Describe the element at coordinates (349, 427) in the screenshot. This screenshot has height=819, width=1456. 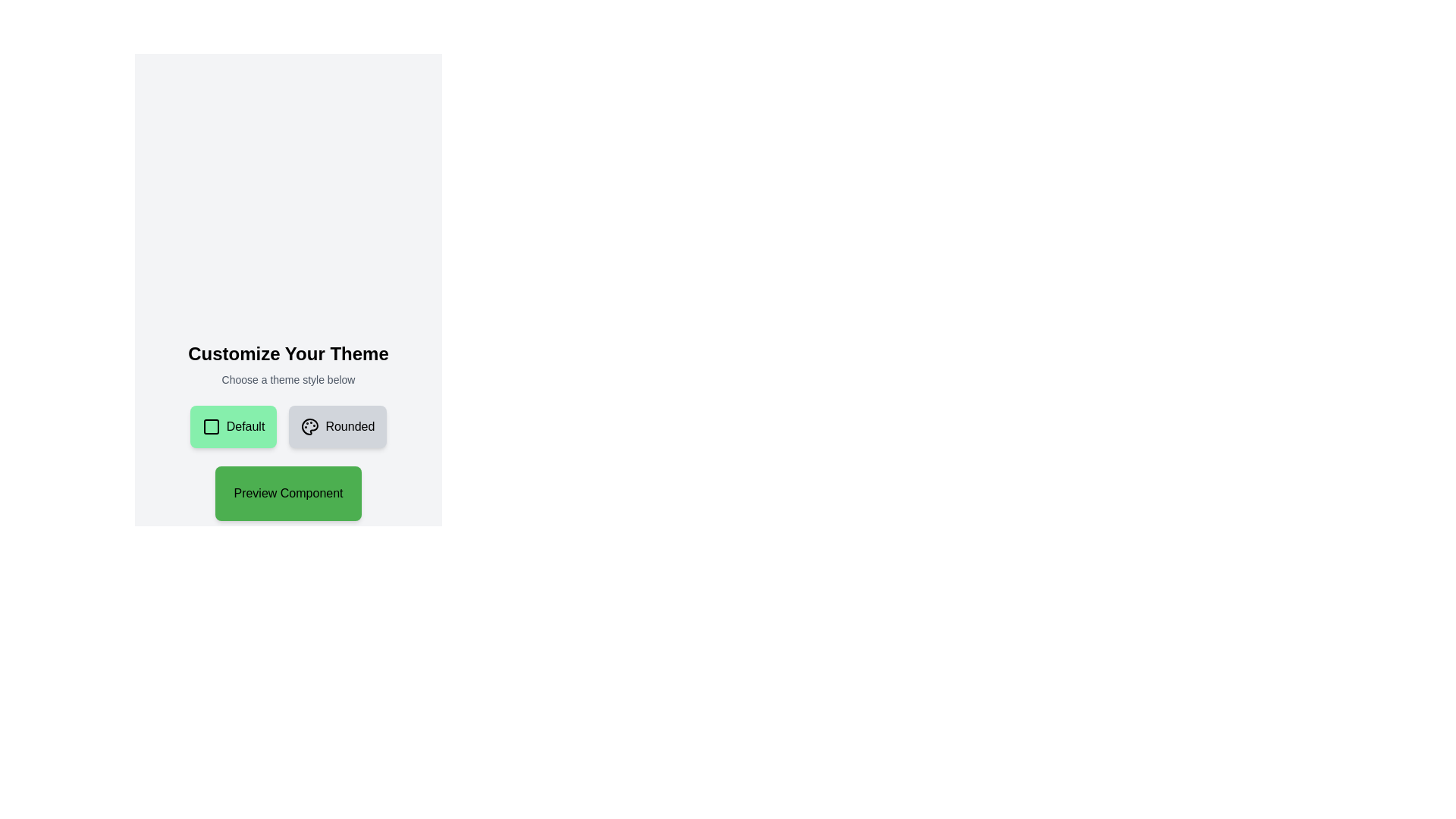
I see `the 'Rounded' text label that describes the style or theme option` at that location.